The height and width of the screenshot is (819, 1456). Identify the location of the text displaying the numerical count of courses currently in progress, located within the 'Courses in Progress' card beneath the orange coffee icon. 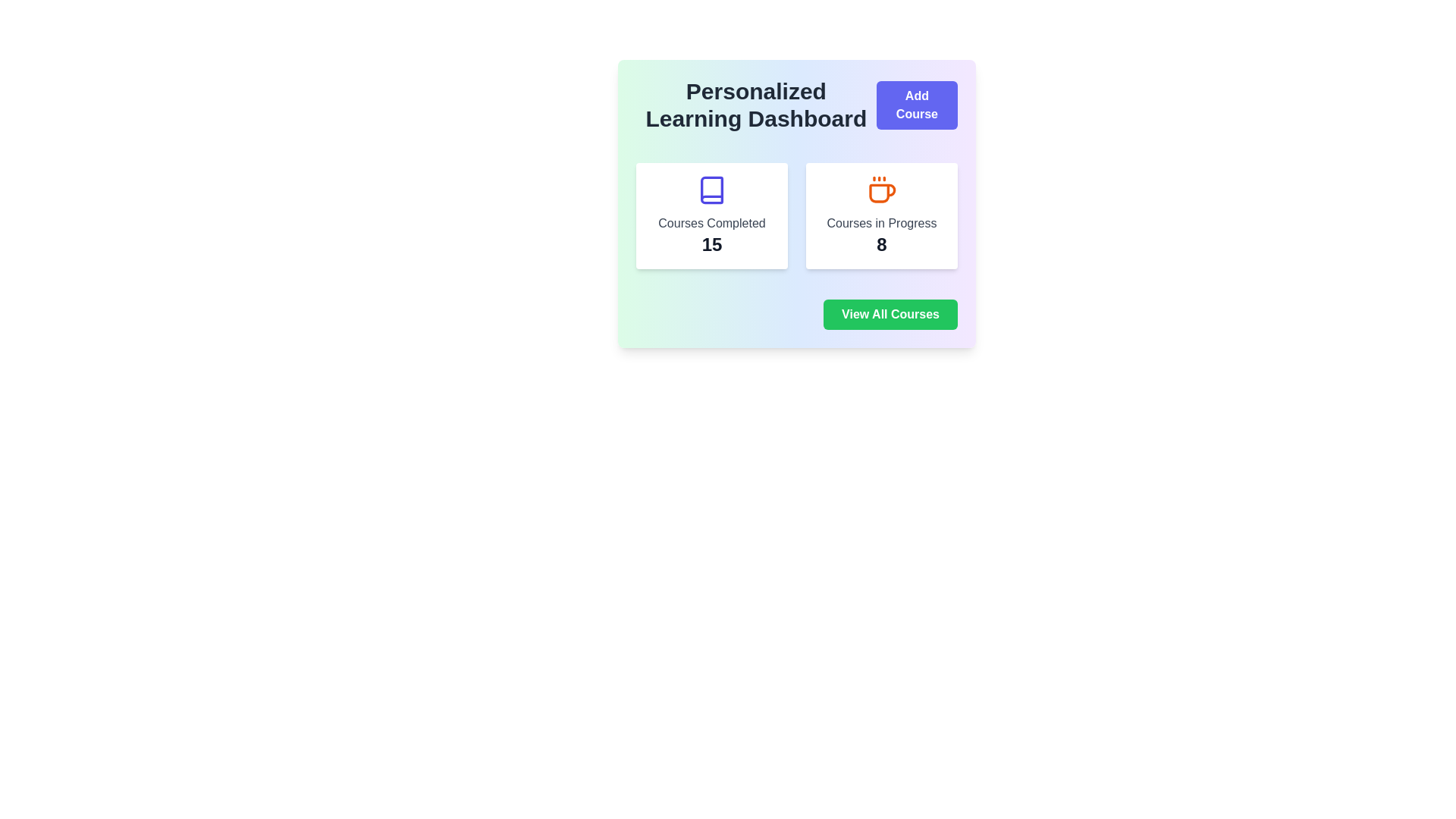
(881, 244).